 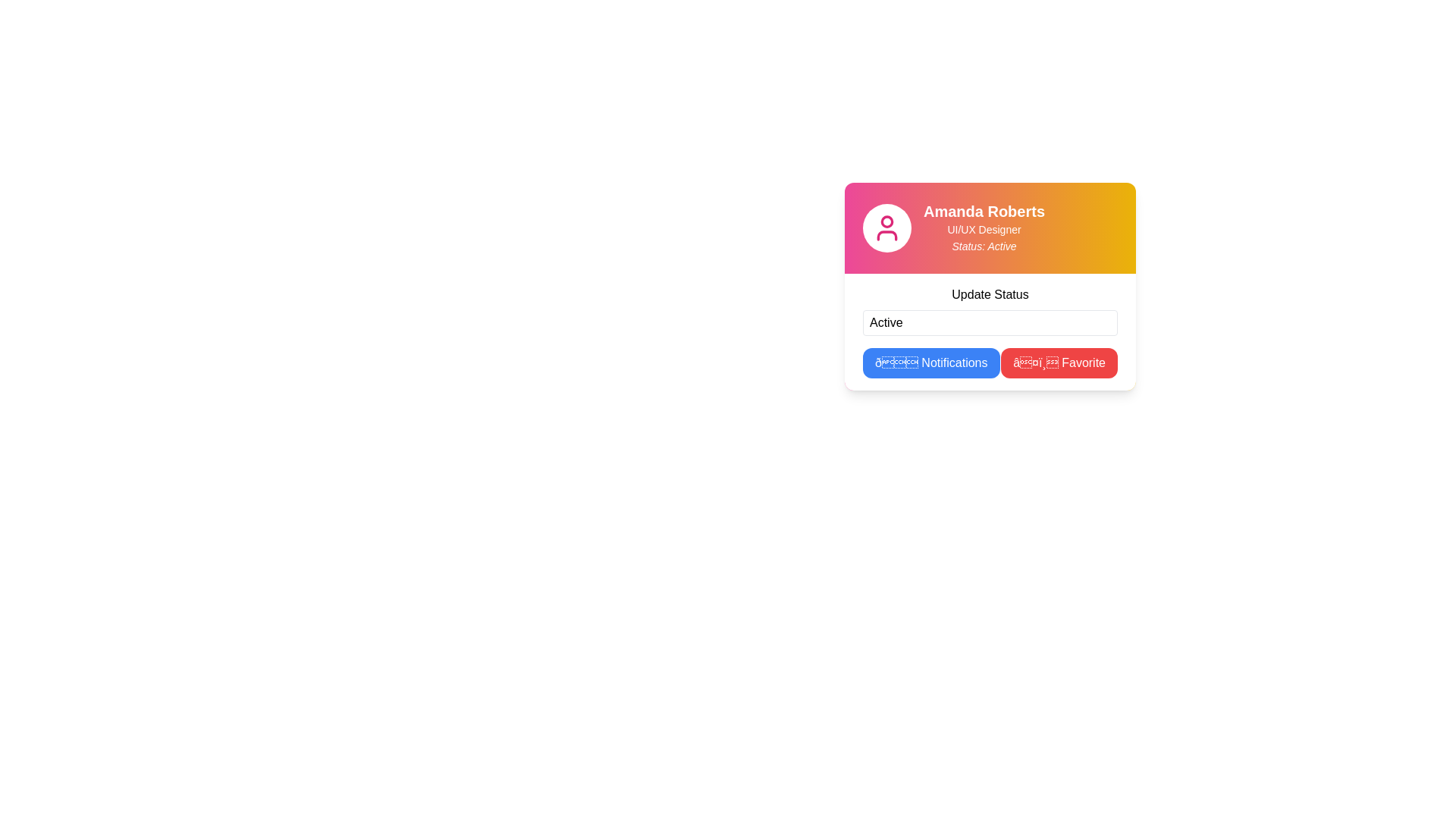 What do you see at coordinates (887, 227) in the screenshot?
I see `the user profile icon located in the top-left section of the card component, which is represented by a circular white background with pink text color` at bounding box center [887, 227].